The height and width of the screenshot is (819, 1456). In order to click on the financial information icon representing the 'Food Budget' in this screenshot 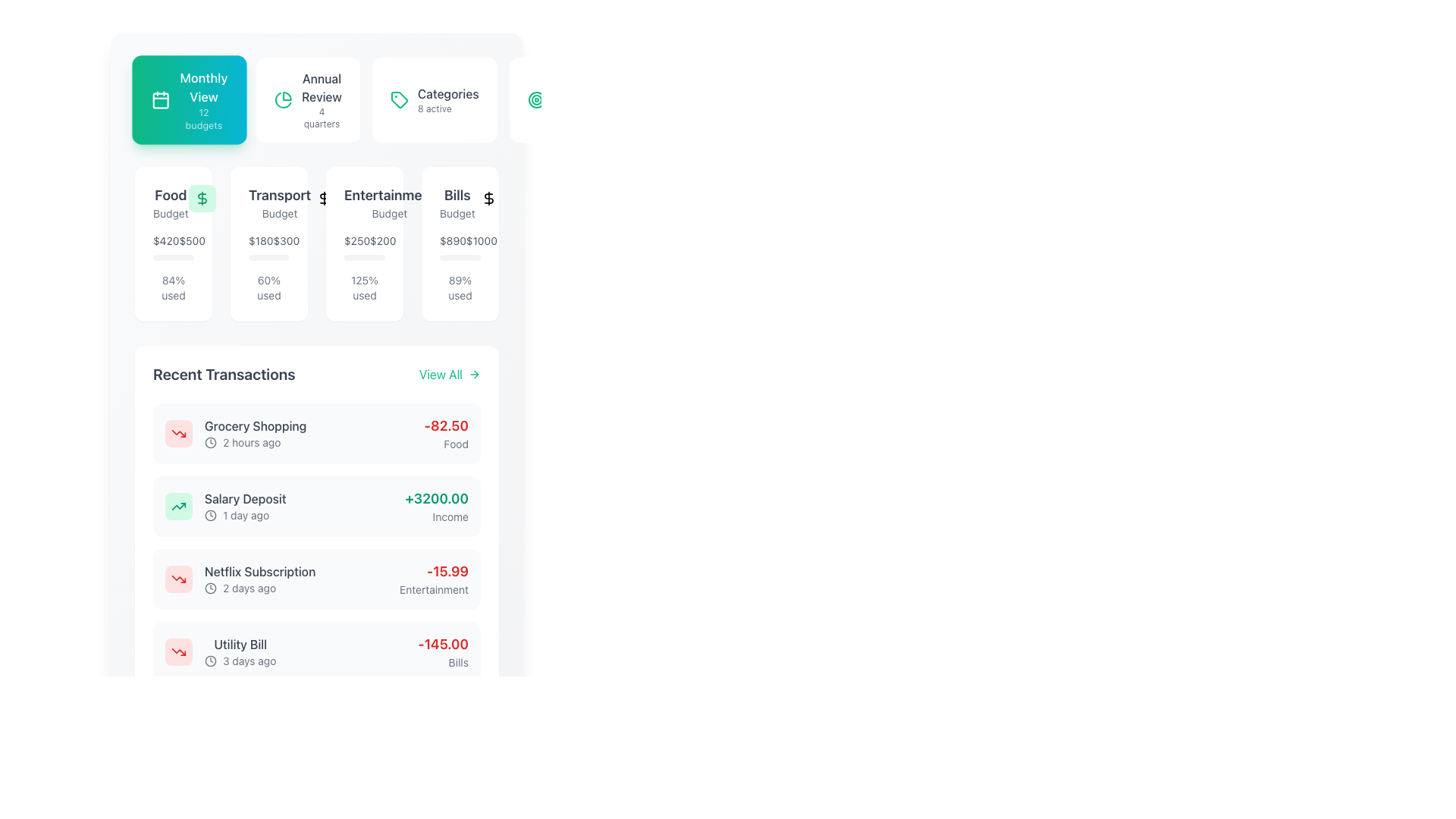, I will do `click(201, 198)`.